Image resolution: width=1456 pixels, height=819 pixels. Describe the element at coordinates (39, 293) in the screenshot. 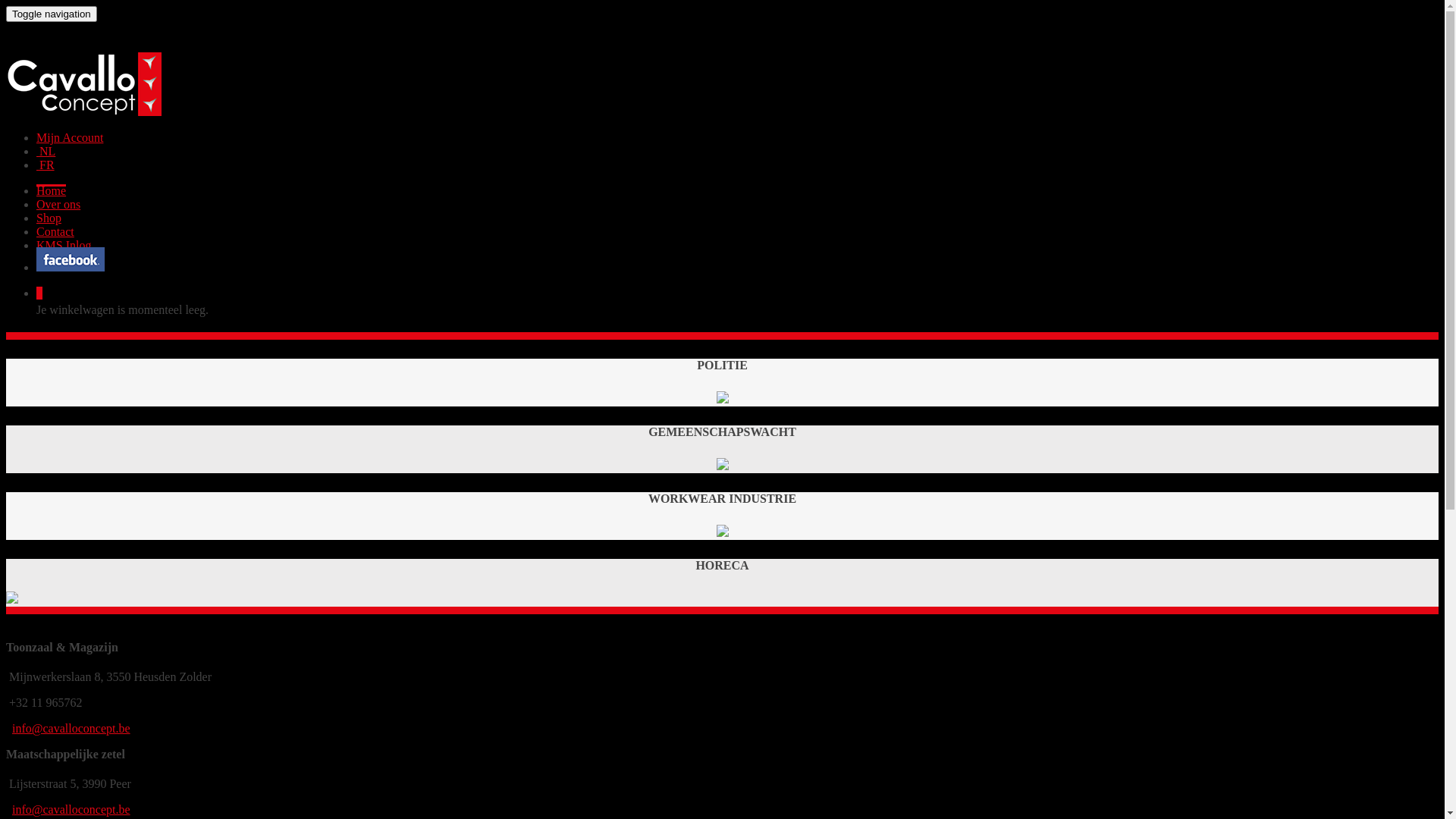

I see `'0'` at that location.